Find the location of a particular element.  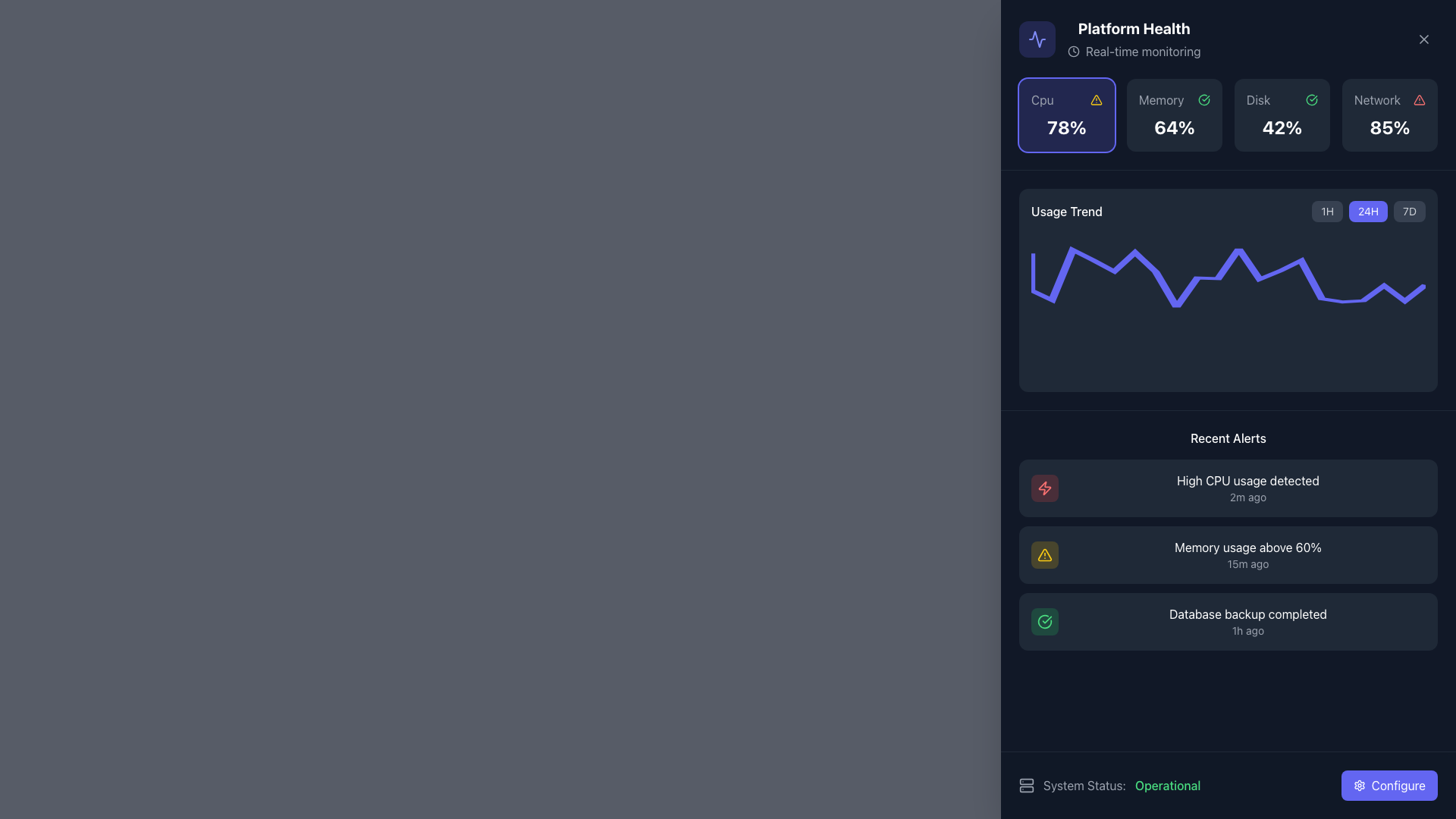

the lightning bolt icon with a red stroke located in the upper left corner of the 'Recent Alerts' card is located at coordinates (1043, 488).